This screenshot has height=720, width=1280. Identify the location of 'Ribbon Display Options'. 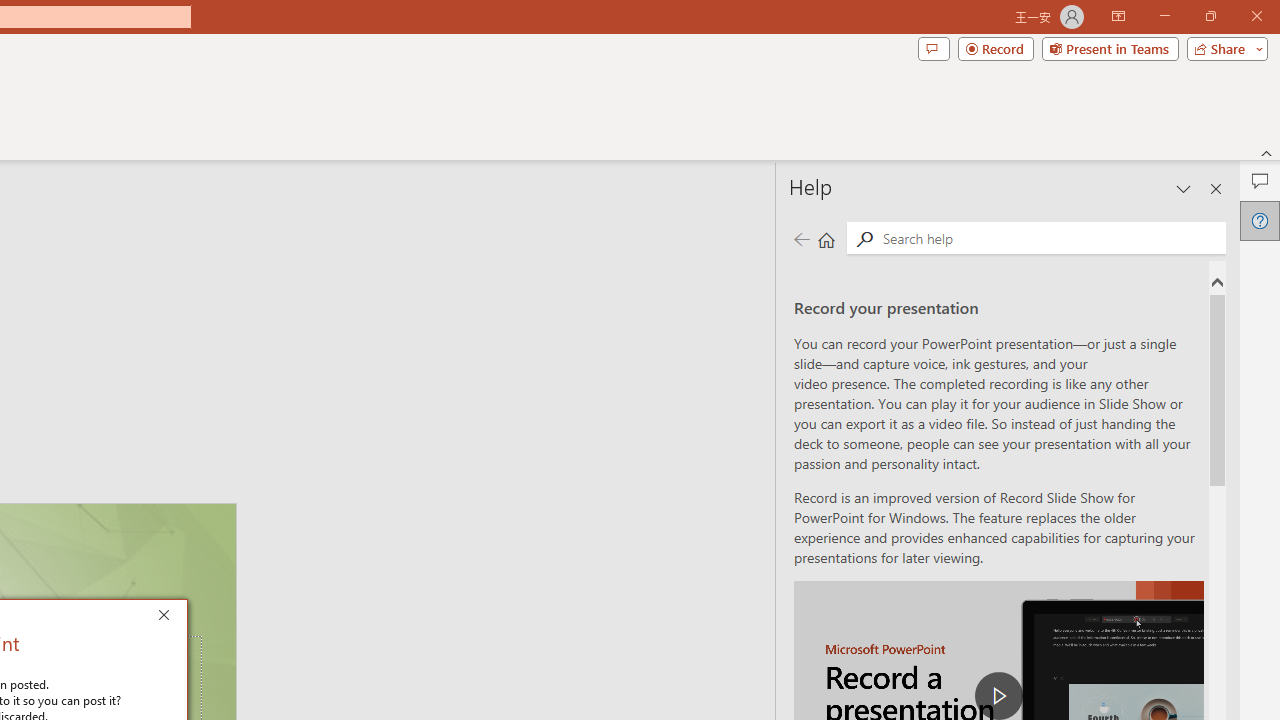
(1117, 16).